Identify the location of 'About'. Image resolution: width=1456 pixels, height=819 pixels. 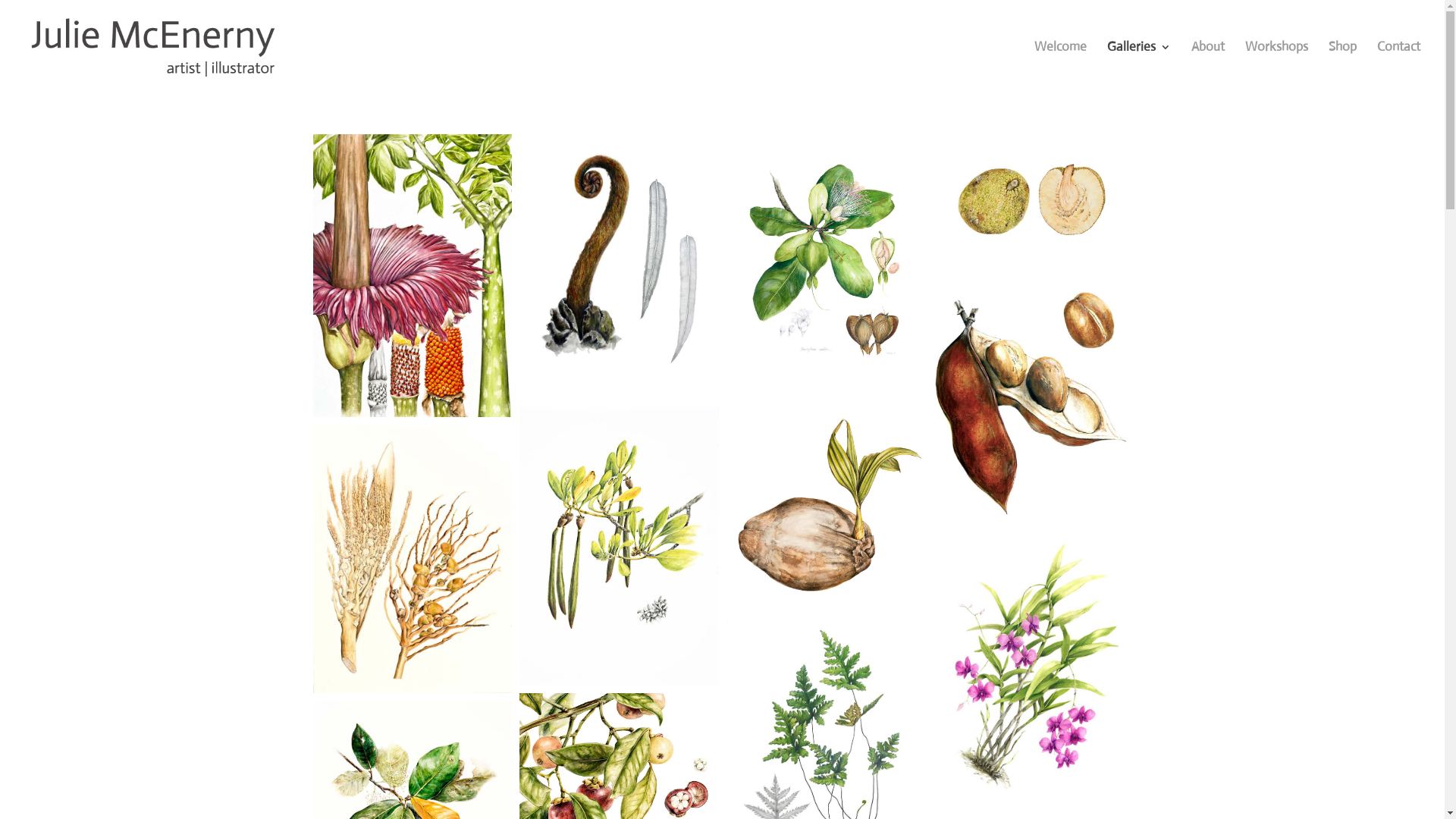
(1190, 67).